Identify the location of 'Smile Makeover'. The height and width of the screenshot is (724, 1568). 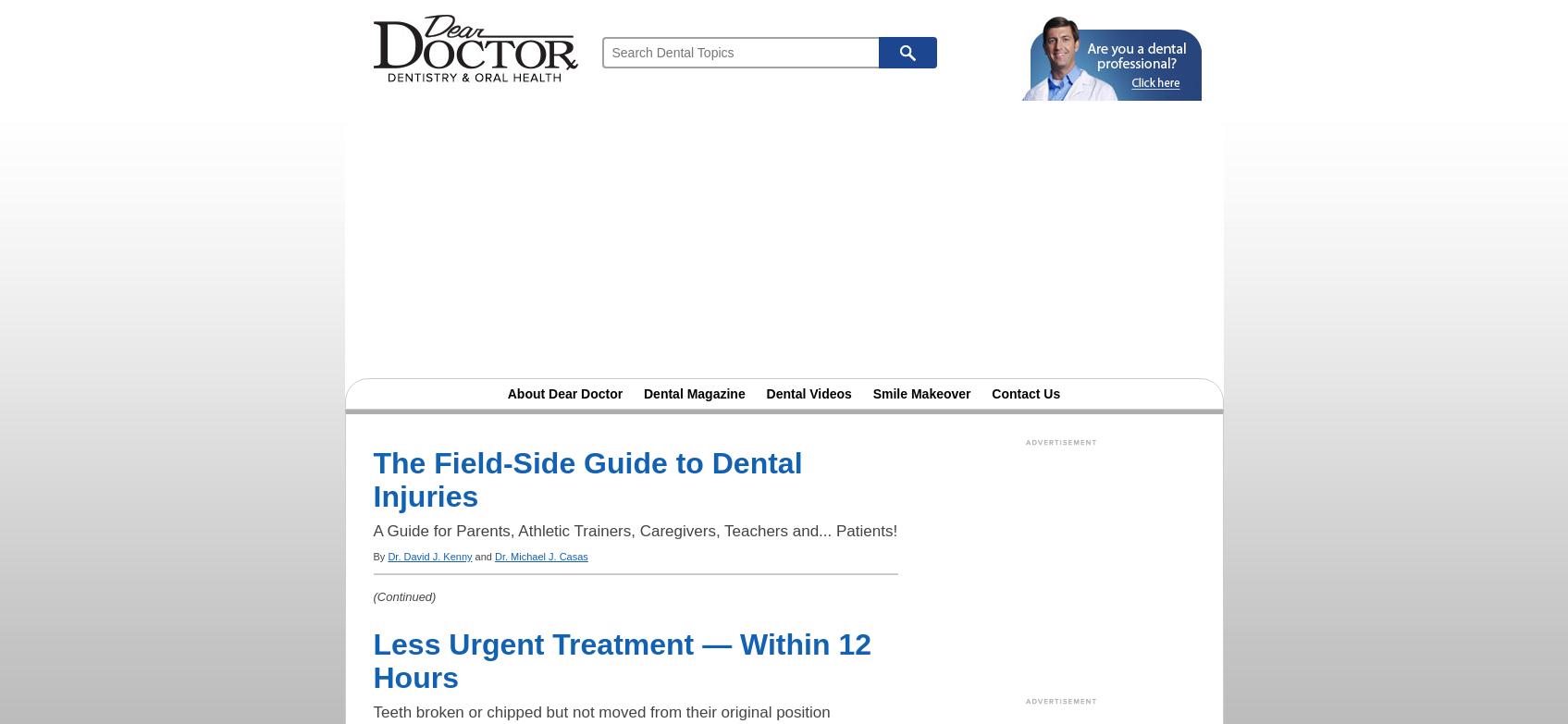
(920, 393).